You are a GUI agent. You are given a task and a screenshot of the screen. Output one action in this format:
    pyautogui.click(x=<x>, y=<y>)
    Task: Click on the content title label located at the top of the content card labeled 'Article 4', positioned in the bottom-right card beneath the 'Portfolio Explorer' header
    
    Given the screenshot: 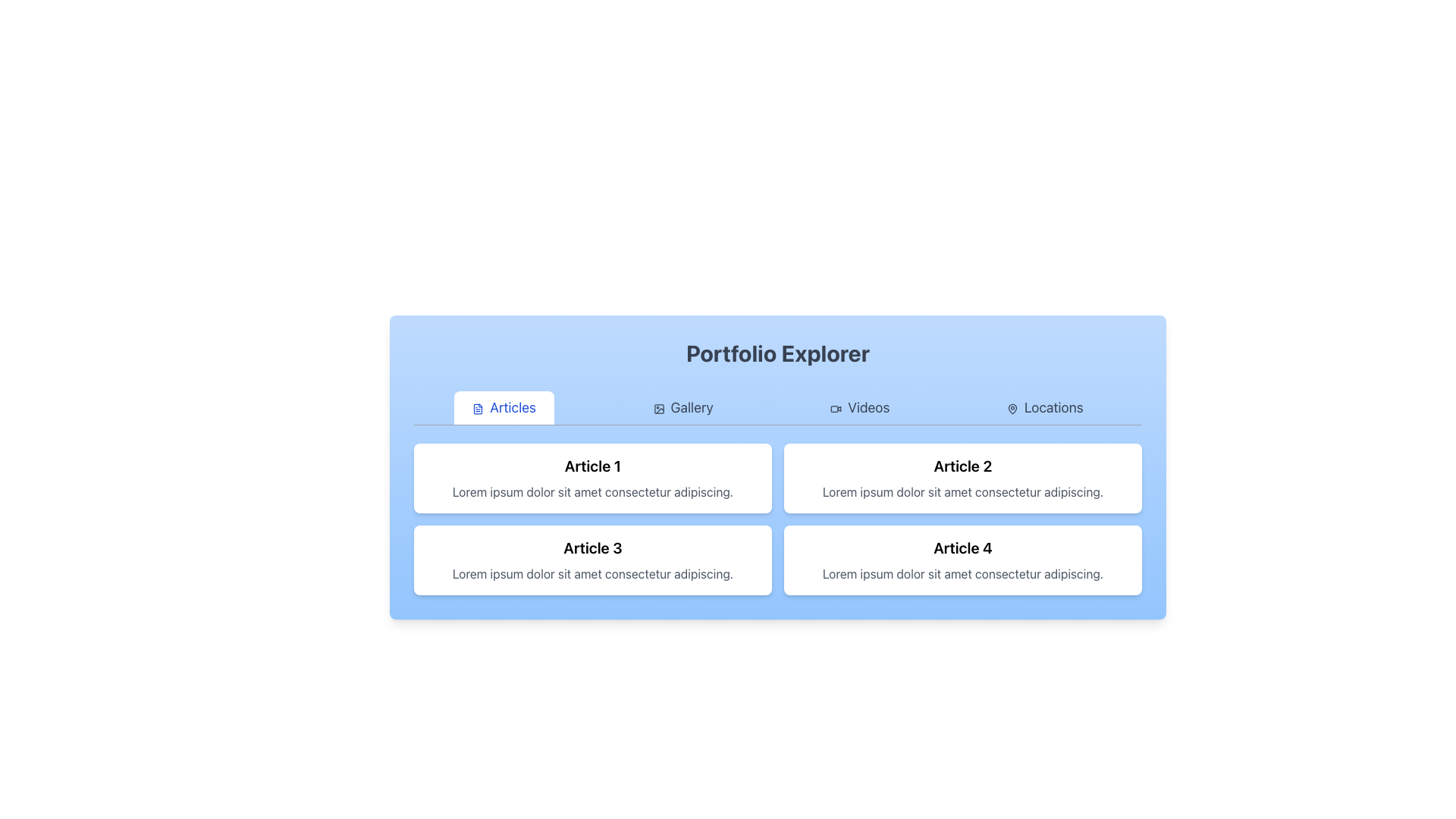 What is the action you would take?
    pyautogui.click(x=962, y=548)
    